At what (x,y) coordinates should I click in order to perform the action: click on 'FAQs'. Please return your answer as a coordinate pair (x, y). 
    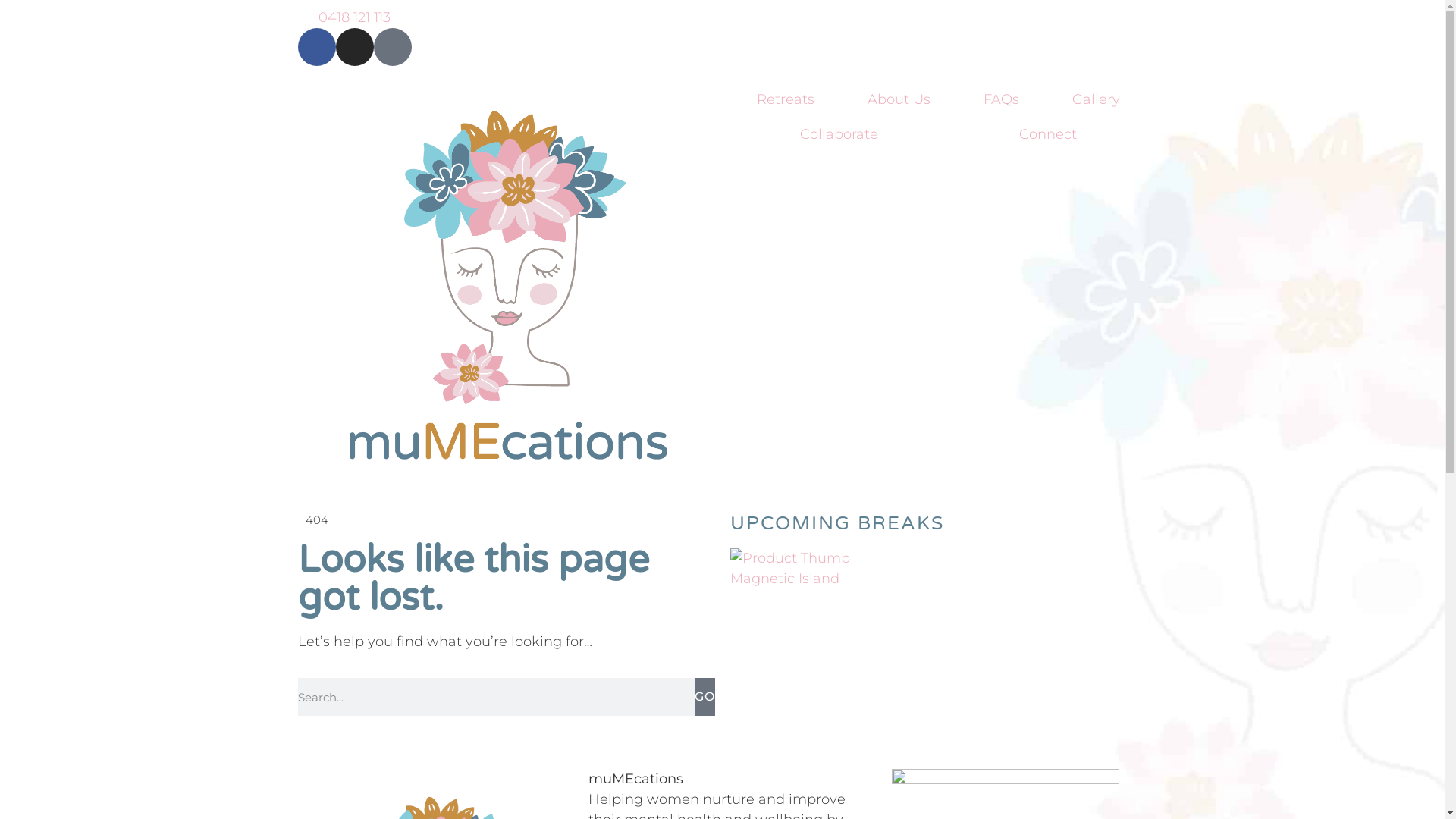
    Looking at the image, I should click on (956, 99).